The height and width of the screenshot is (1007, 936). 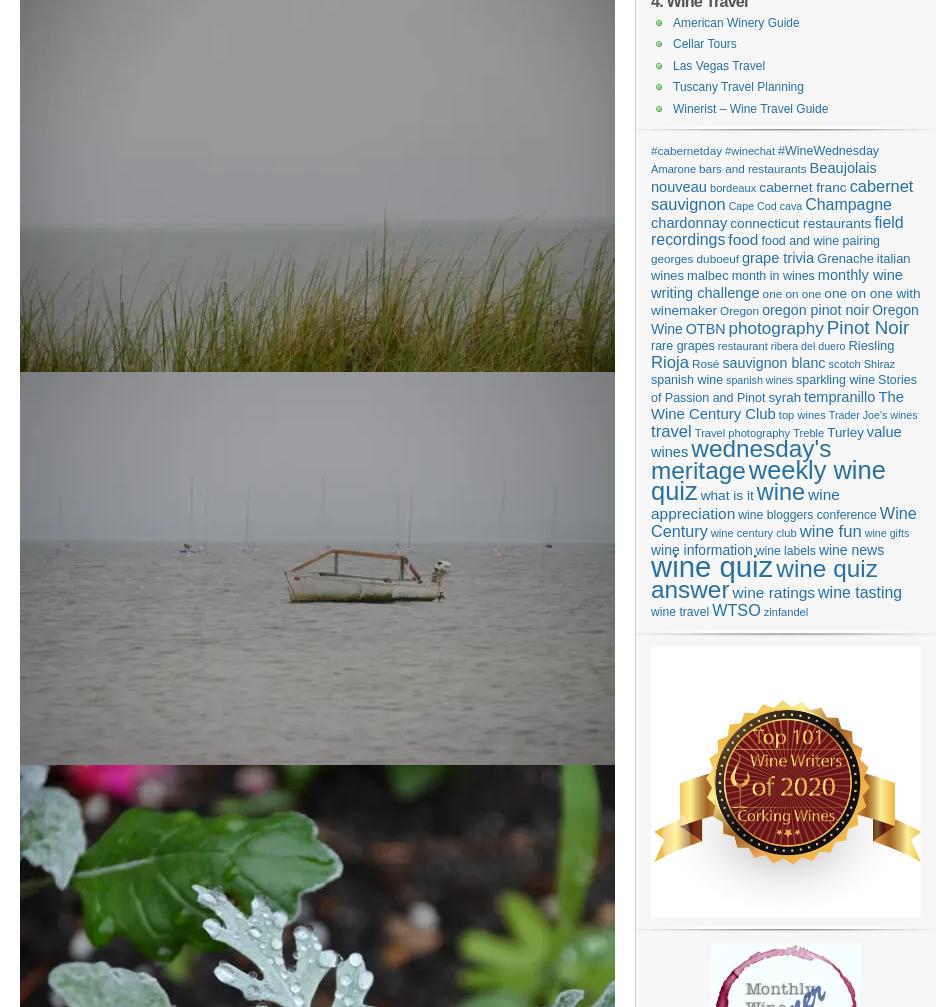 I want to click on 'syrah', so click(x=783, y=396).